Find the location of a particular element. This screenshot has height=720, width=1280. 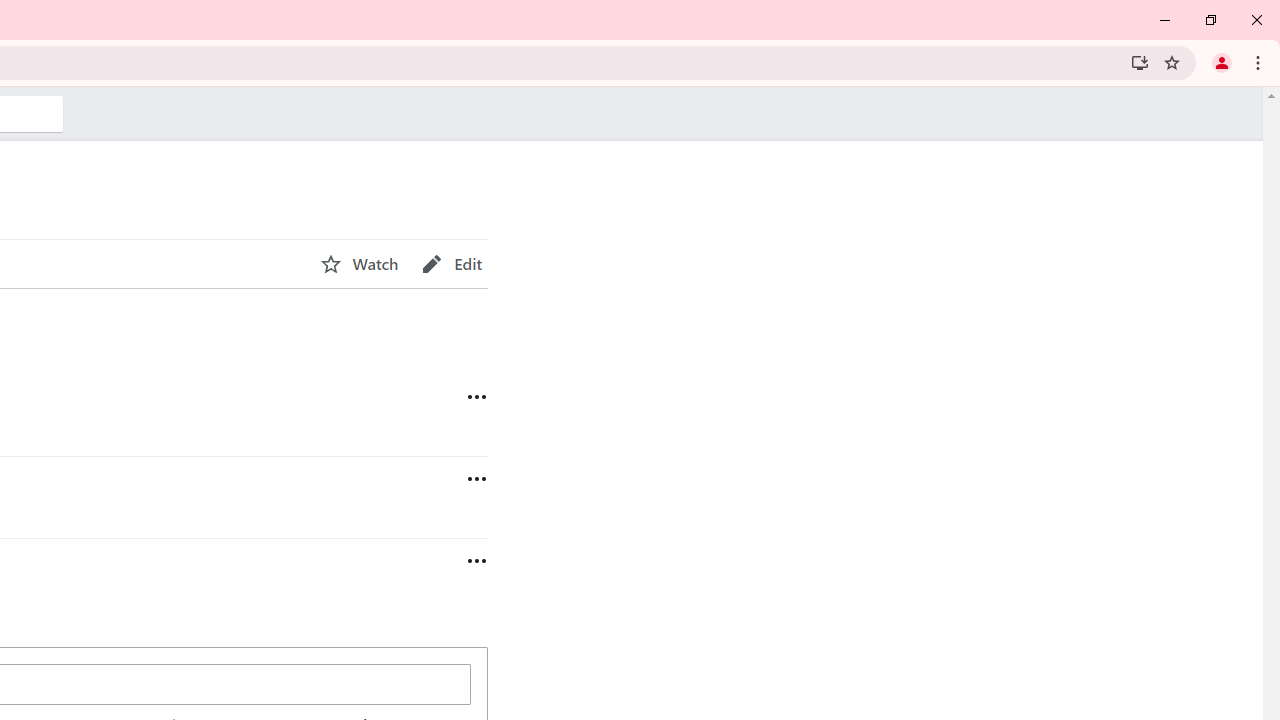

'Install Wikipedia' is located at coordinates (1139, 61).